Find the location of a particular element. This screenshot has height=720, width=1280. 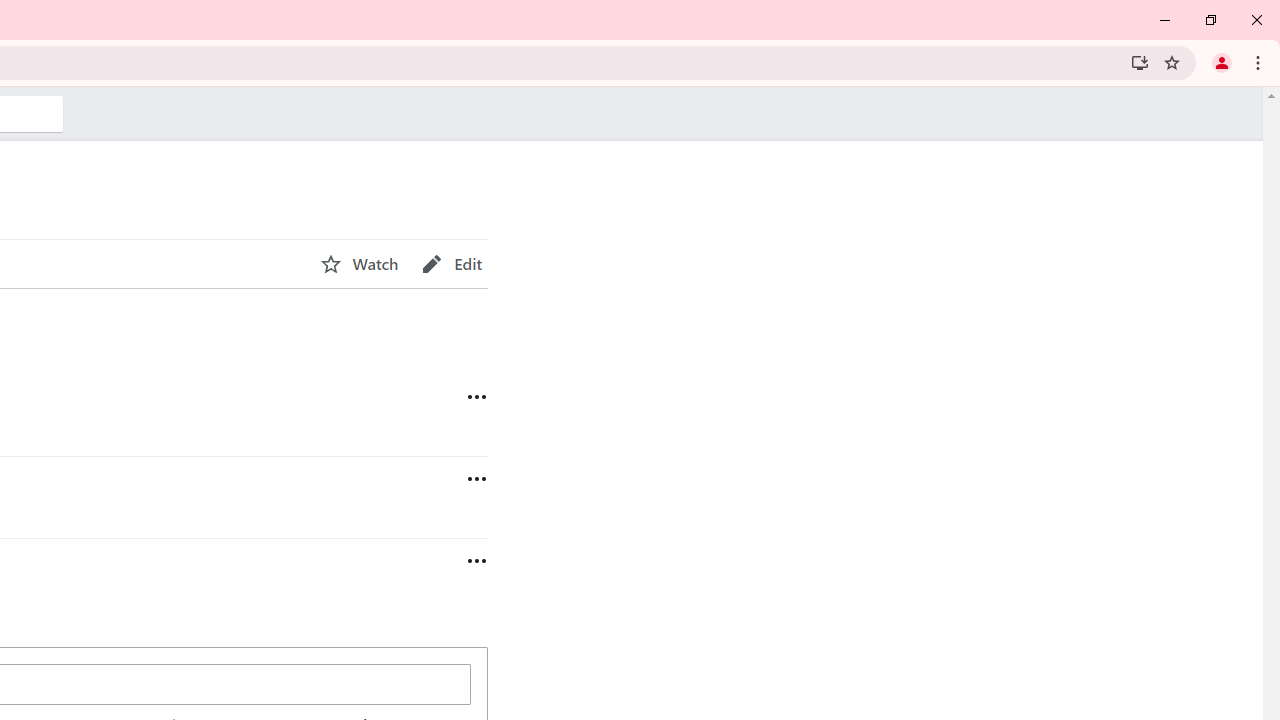

'Install Wikipedia' is located at coordinates (1139, 61).